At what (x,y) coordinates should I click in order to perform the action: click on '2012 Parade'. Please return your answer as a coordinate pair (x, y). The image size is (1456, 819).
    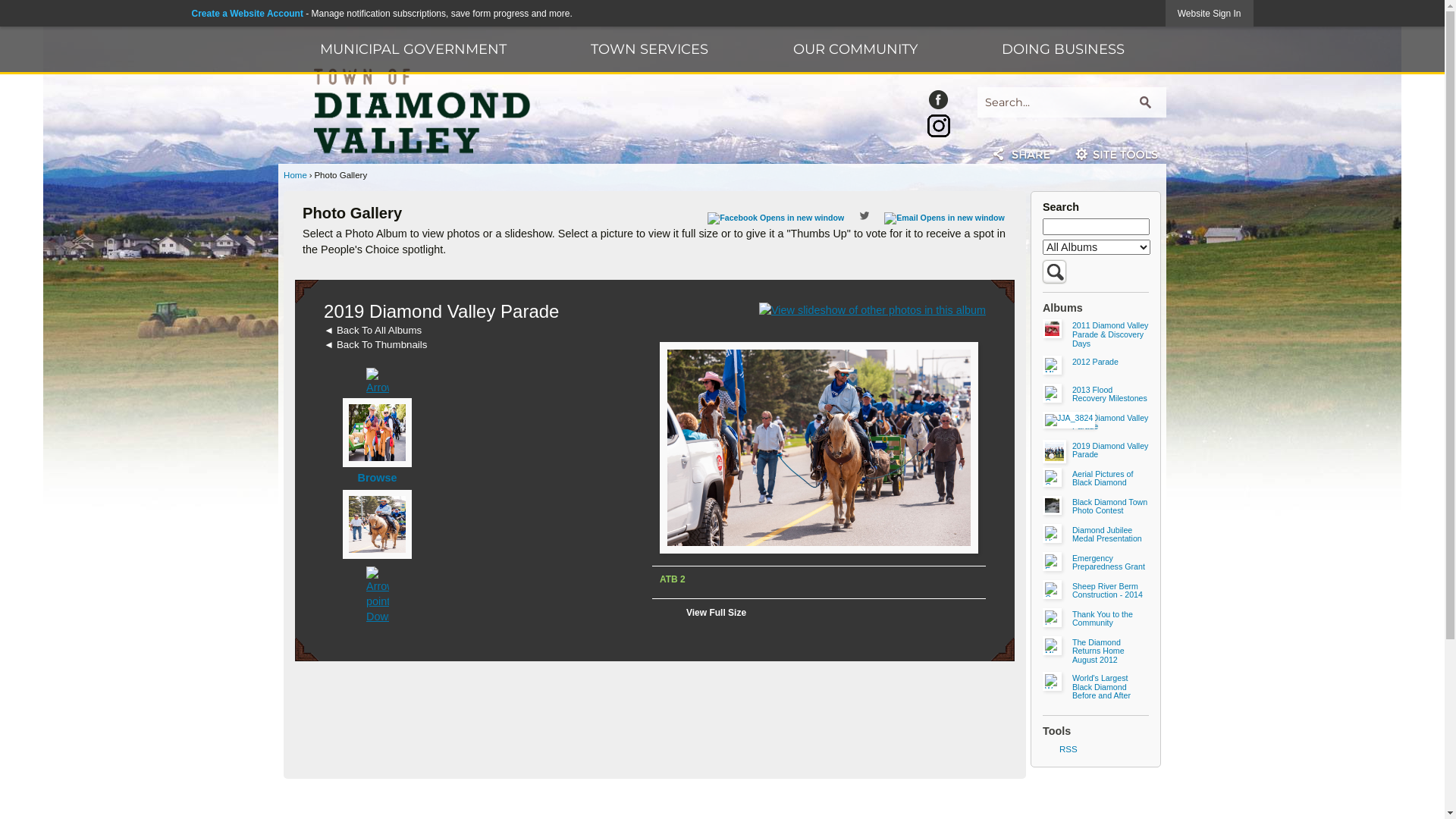
    Looking at the image, I should click on (1110, 362).